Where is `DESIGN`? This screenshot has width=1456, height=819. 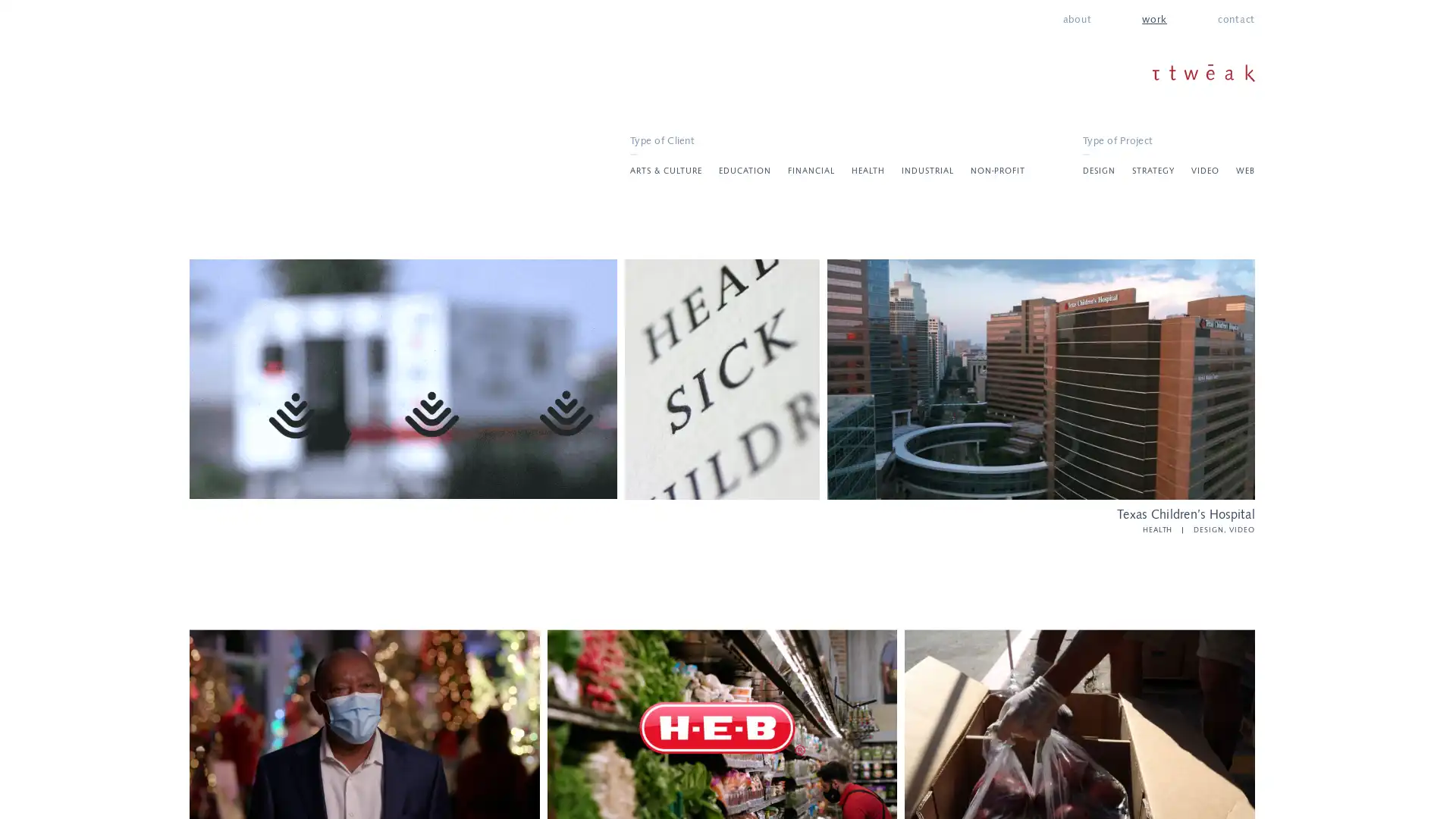 DESIGN is located at coordinates (1099, 171).